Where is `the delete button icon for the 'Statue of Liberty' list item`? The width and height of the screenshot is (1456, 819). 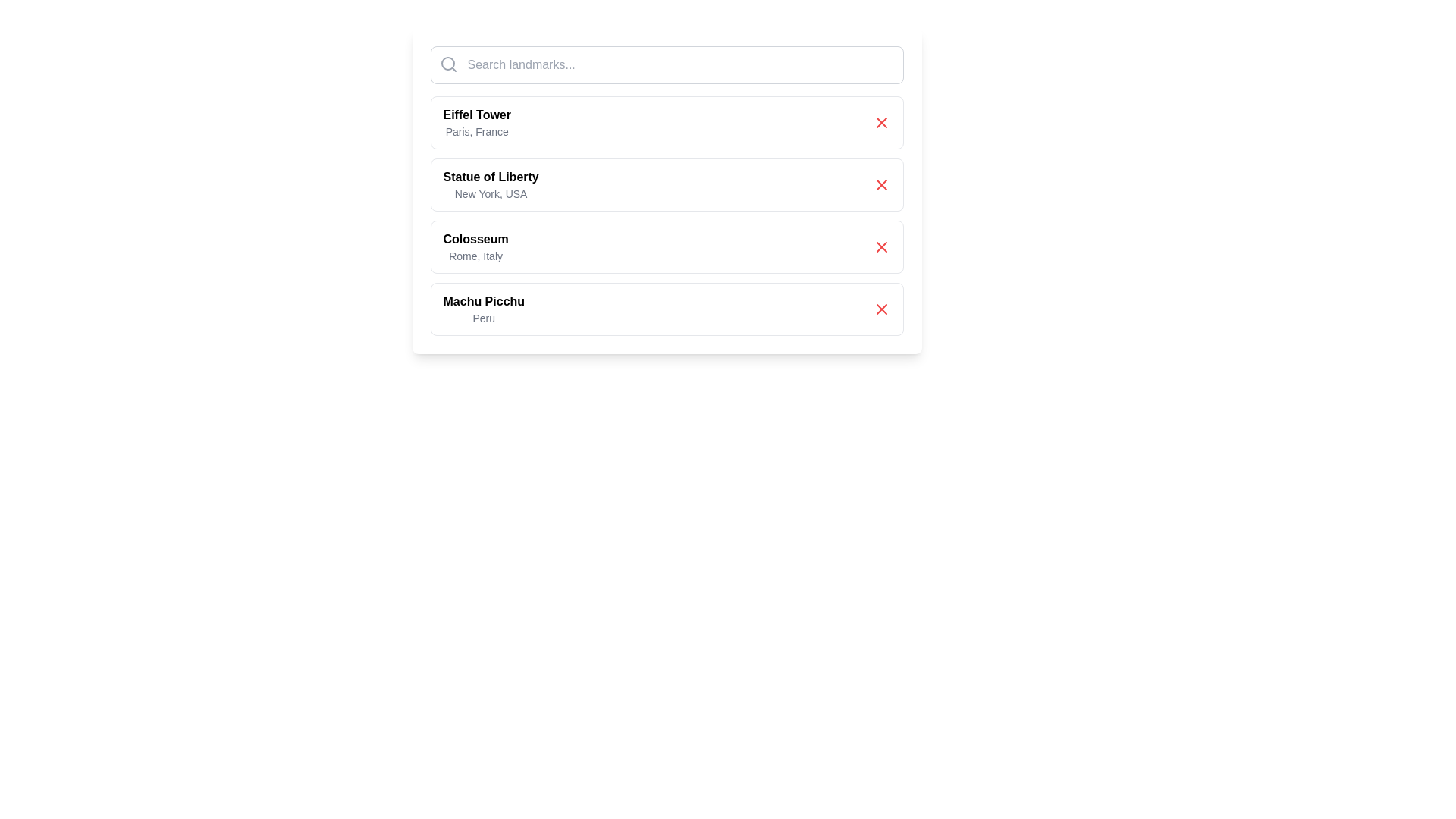
the delete button icon for the 'Statue of Liberty' list item is located at coordinates (881, 184).